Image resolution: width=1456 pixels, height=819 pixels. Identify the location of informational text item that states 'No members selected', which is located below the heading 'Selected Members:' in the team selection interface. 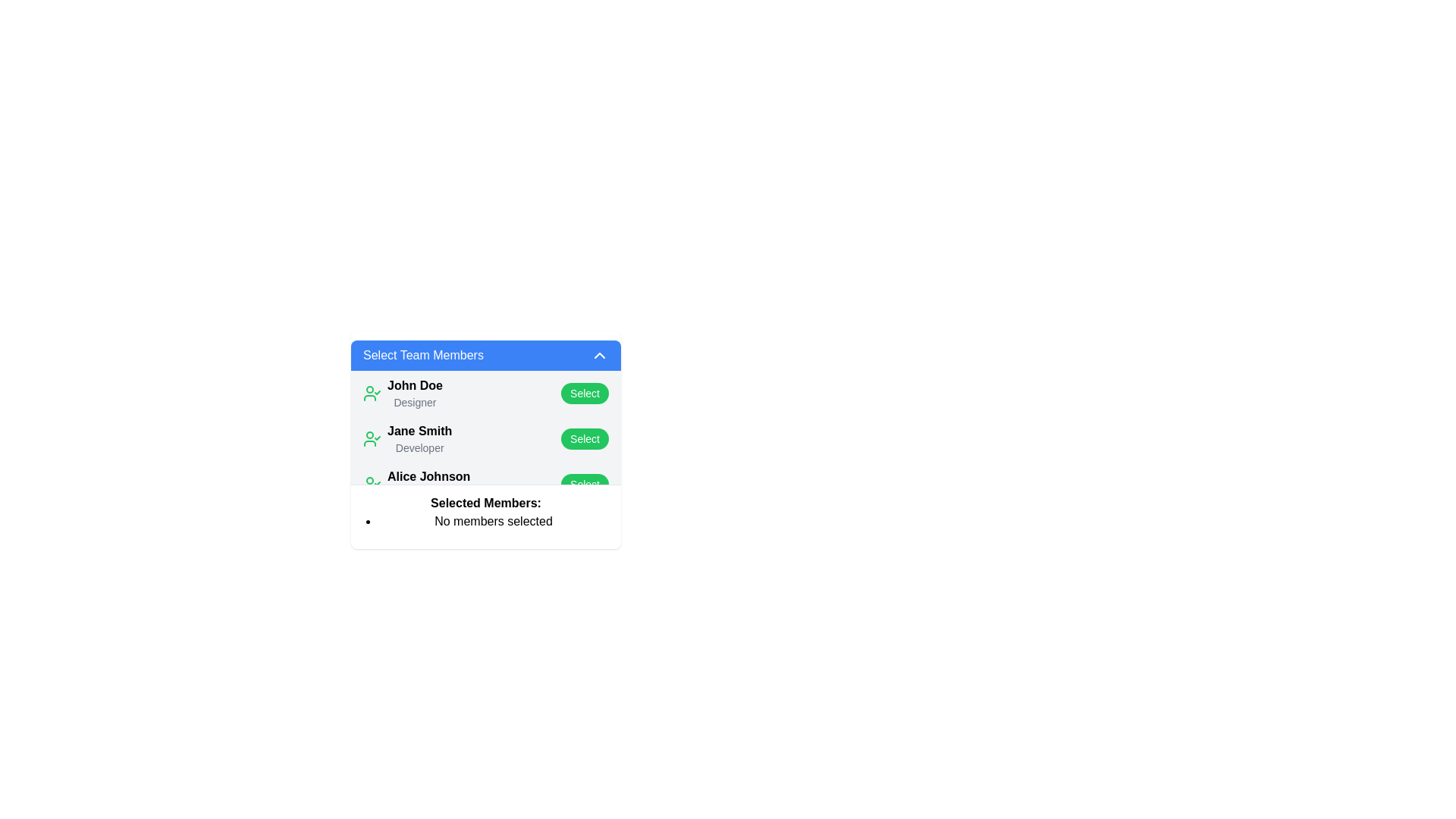
(486, 520).